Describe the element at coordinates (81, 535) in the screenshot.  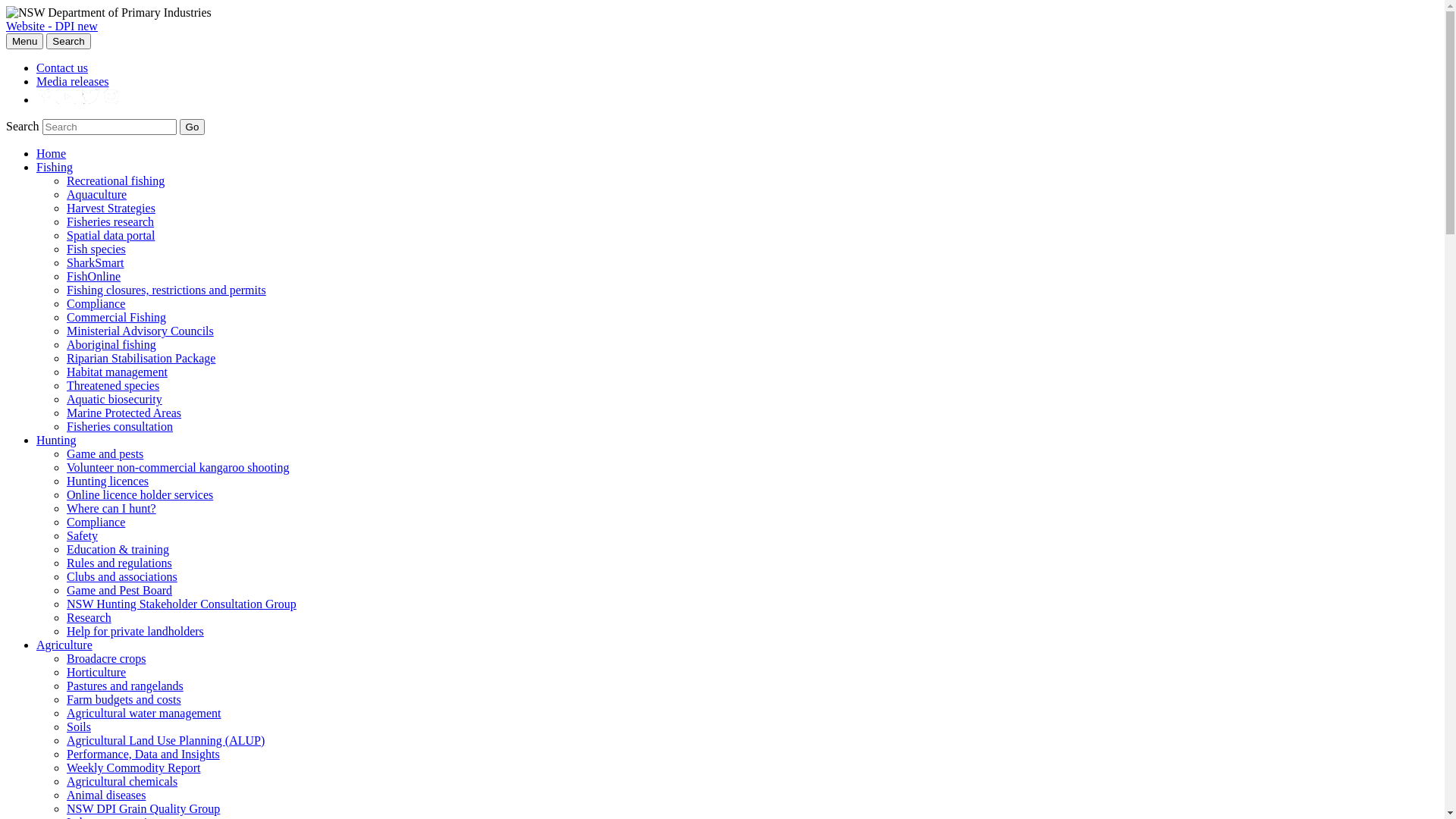
I see `'Safety'` at that location.